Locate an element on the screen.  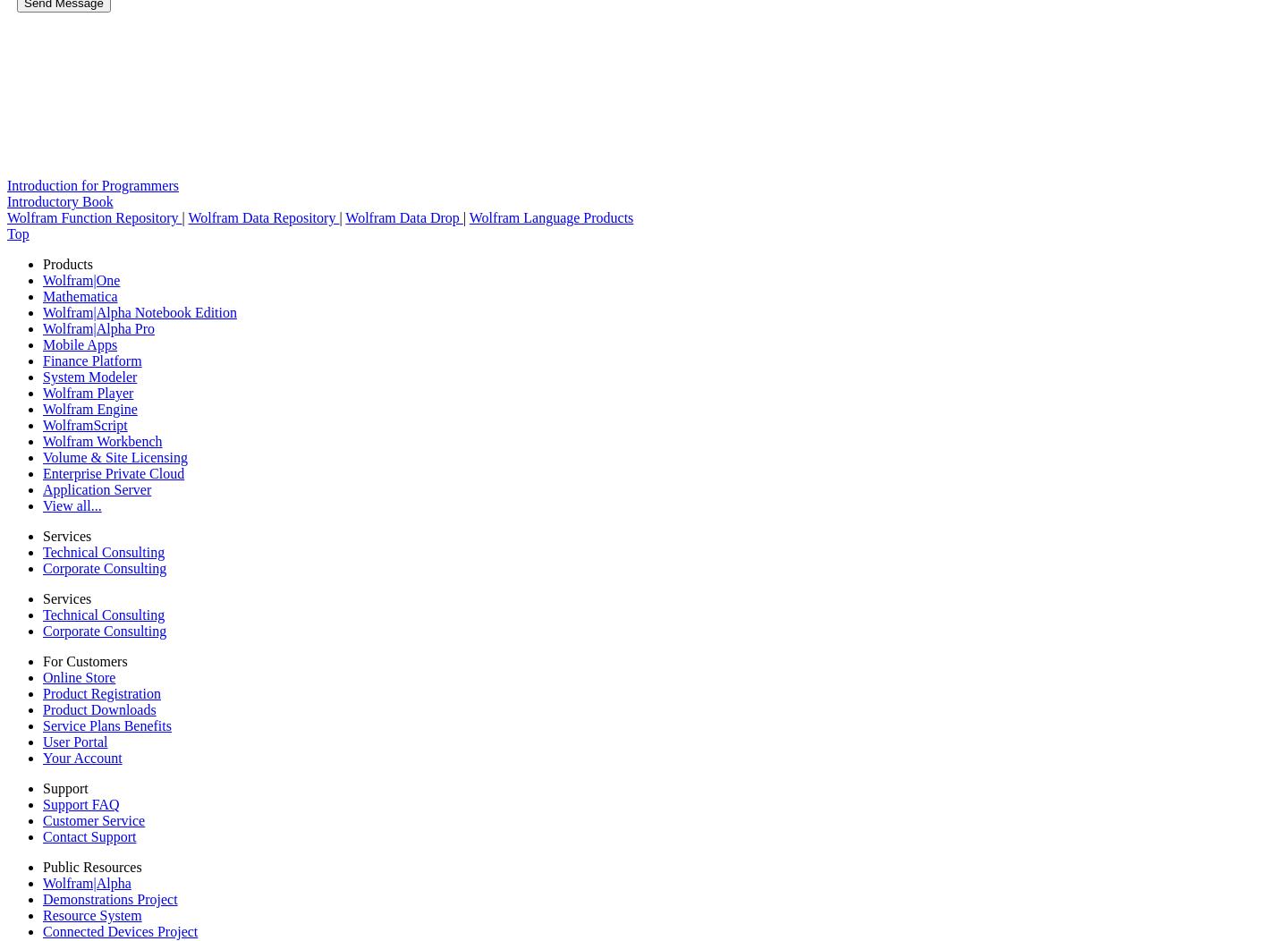
'WolframScript' is located at coordinates (85, 425).